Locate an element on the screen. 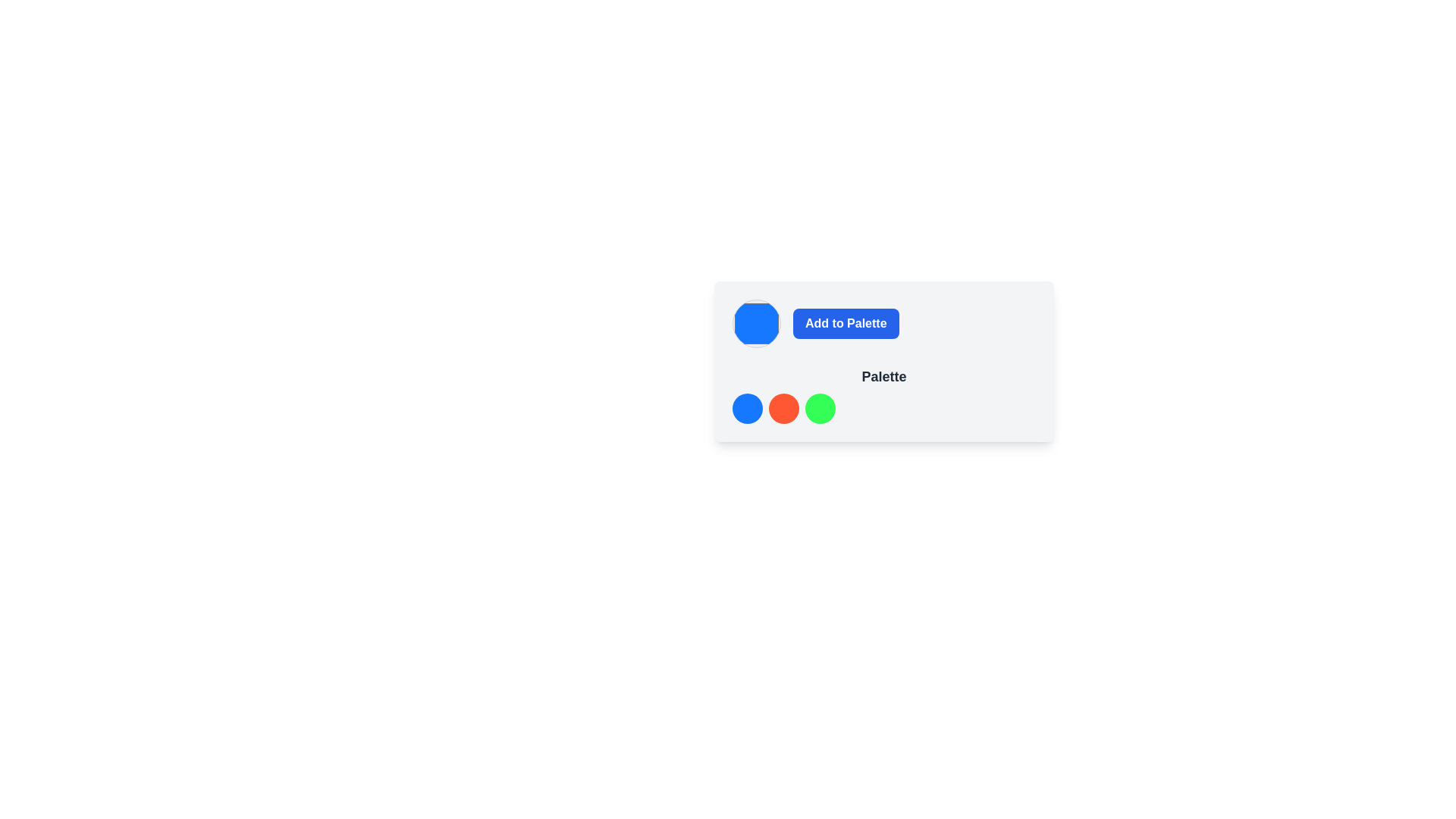 The image size is (1456, 819). the 'Add to Palette' button, which is a blue button with white text on a gray background is located at coordinates (884, 323).